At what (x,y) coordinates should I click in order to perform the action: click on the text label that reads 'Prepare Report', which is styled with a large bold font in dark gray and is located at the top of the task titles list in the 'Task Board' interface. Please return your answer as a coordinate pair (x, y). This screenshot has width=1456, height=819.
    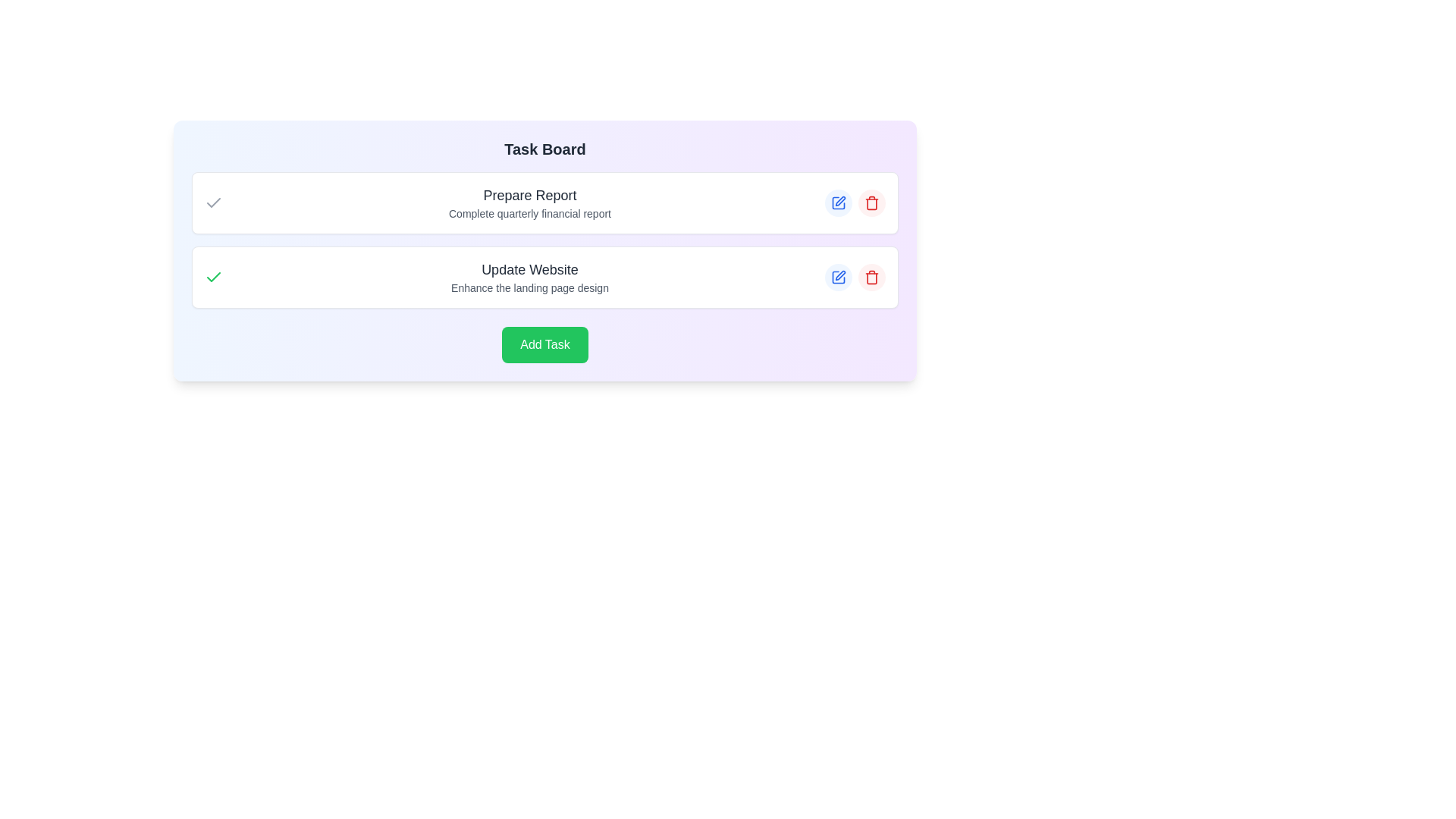
    Looking at the image, I should click on (530, 195).